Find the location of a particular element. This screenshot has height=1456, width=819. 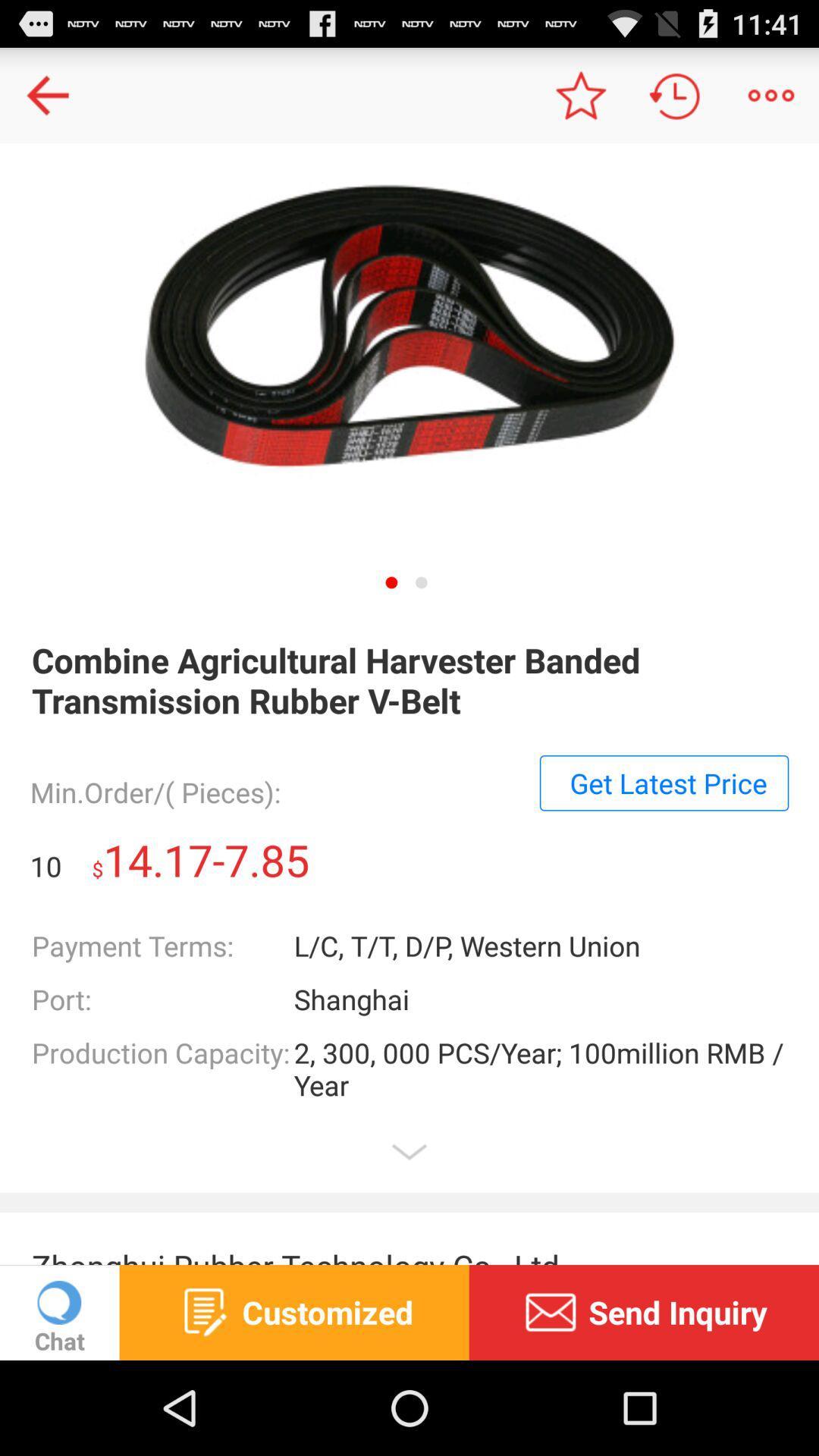

the more icon is located at coordinates (771, 101).